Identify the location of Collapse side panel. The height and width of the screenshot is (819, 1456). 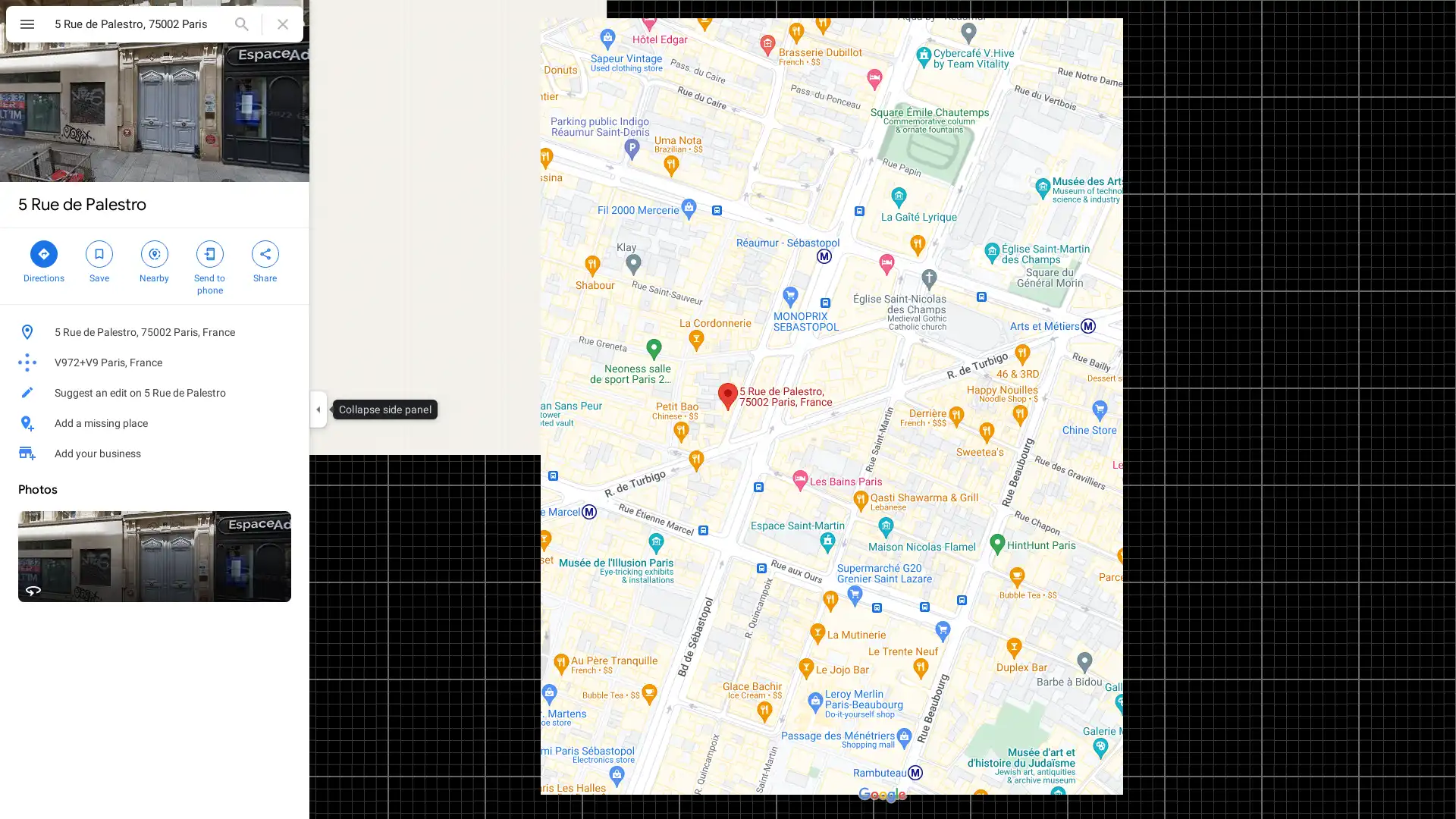
(317, 409).